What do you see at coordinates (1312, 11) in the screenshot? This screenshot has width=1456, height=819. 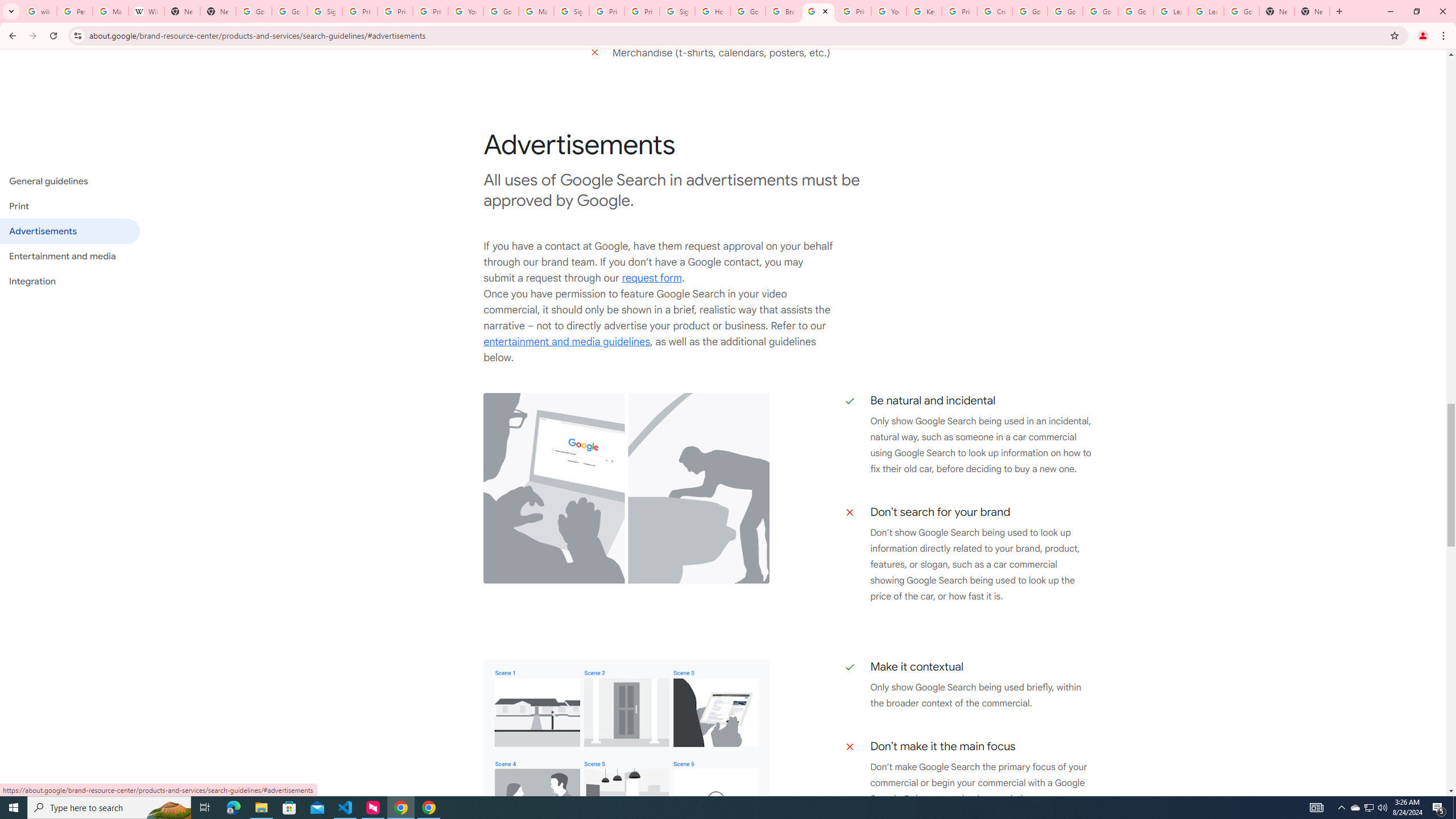 I see `'New Tab'` at bounding box center [1312, 11].